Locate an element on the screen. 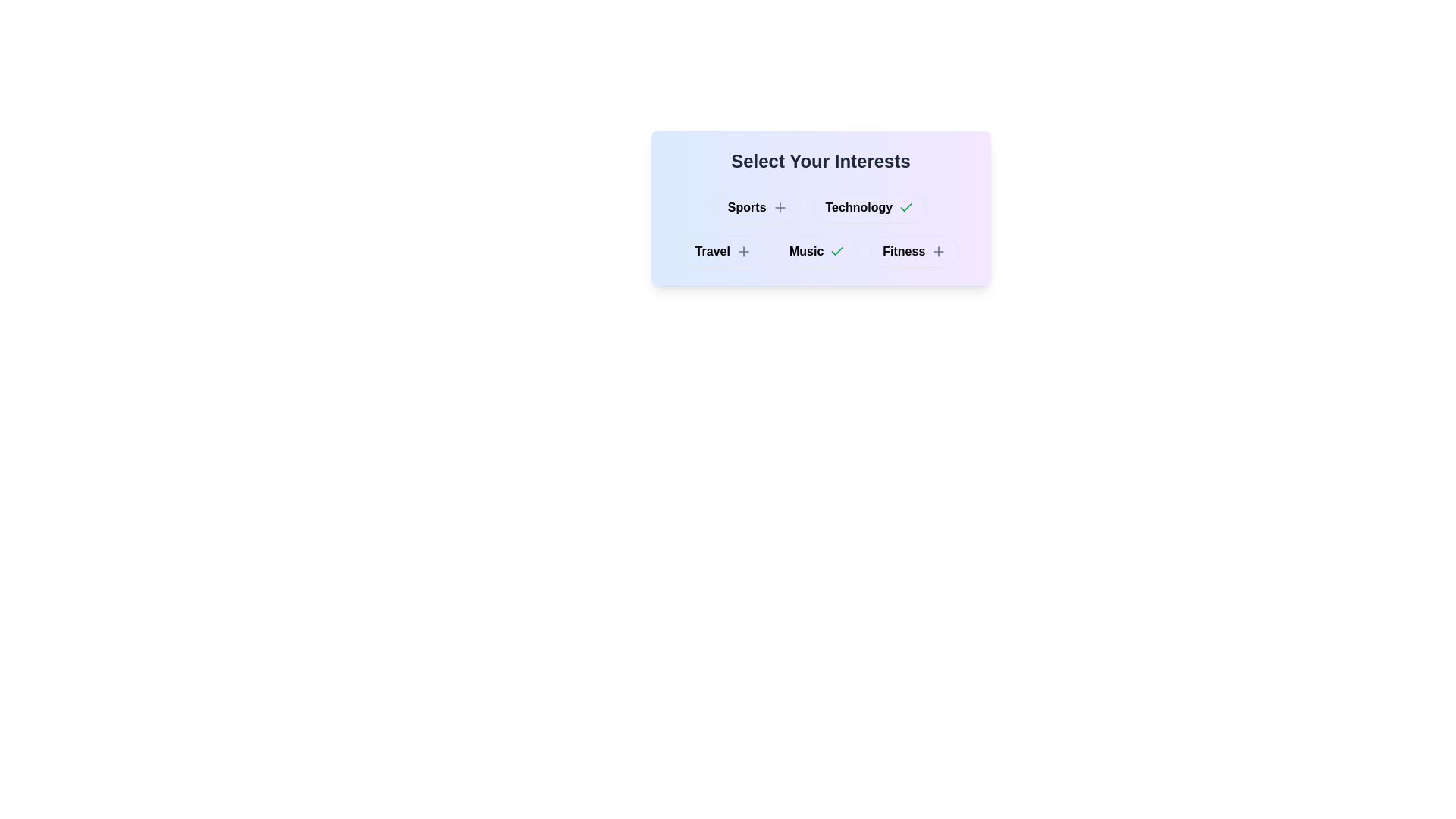 The width and height of the screenshot is (1456, 819). the button labeled Technology to observe visual changes is located at coordinates (870, 207).